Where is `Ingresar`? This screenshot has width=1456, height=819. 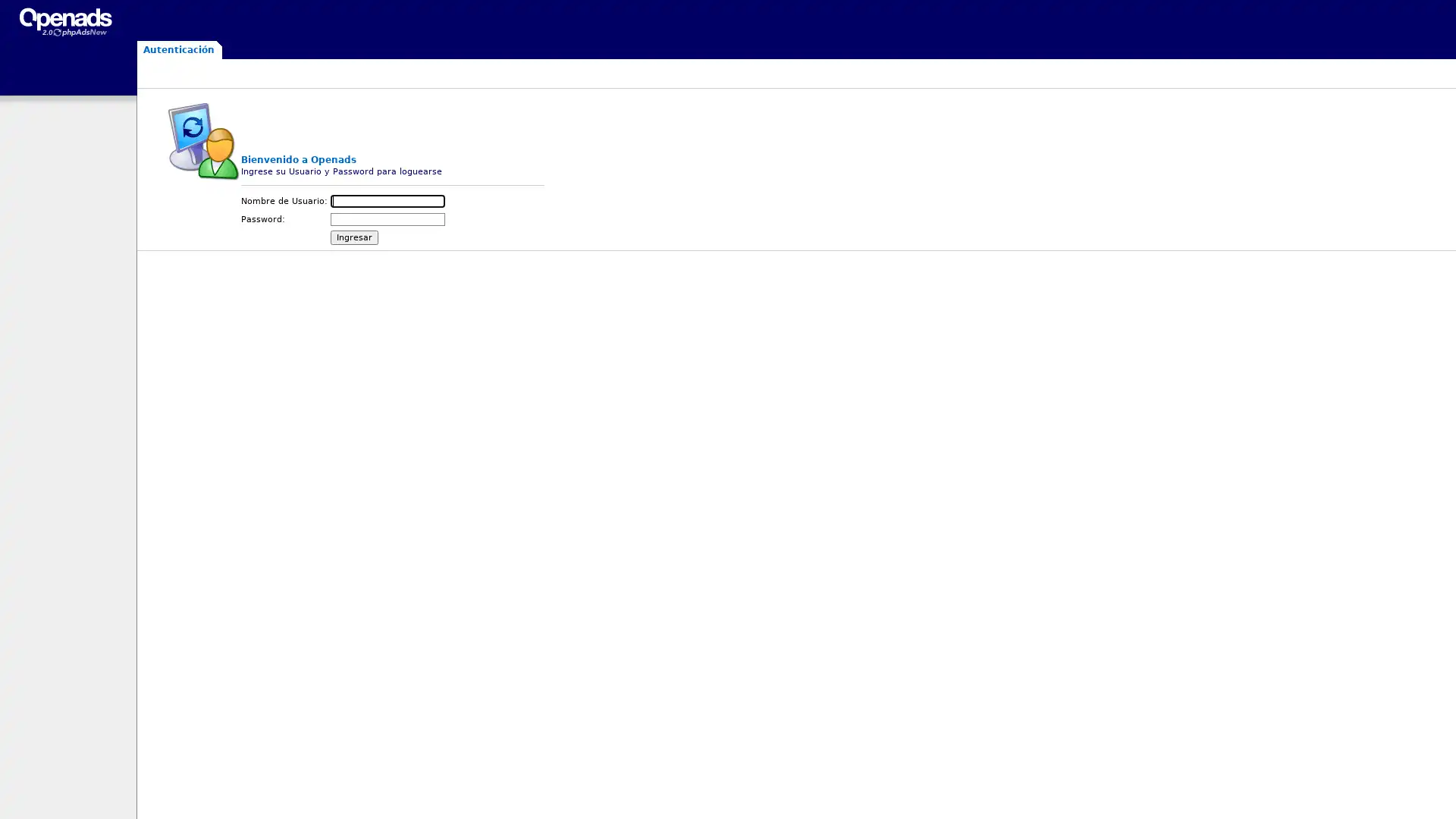 Ingresar is located at coordinates (353, 237).